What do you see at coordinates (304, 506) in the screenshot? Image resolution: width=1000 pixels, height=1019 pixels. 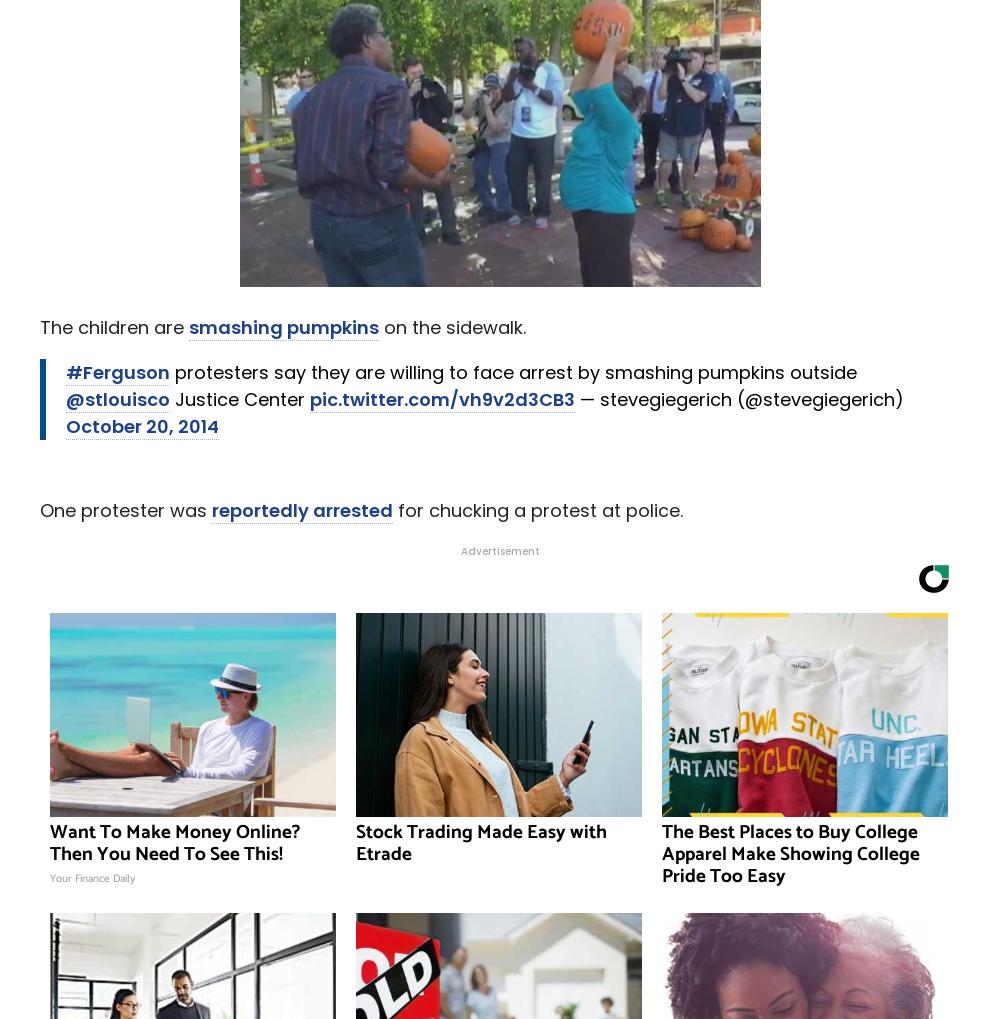 I see `'How Sugar May Be Linked to Autoimmune Diseases'` at bounding box center [304, 506].